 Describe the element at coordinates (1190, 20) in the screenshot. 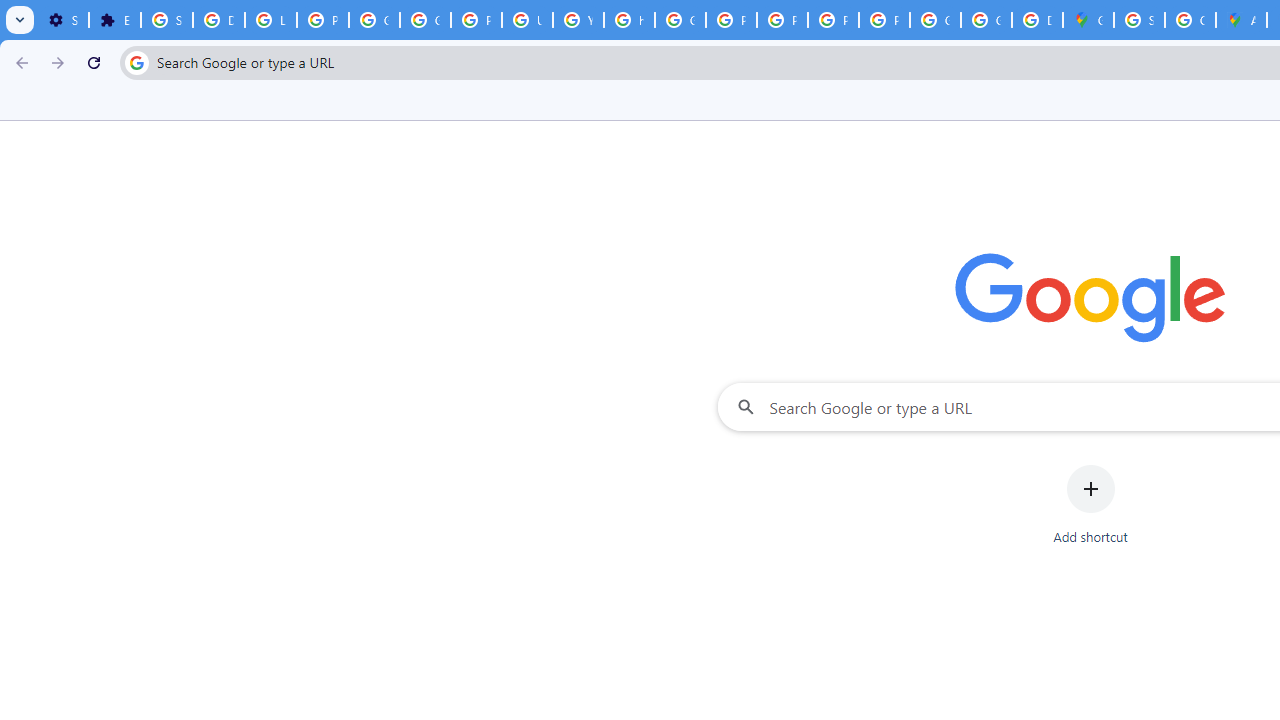

I see `'Create your Google Account'` at that location.